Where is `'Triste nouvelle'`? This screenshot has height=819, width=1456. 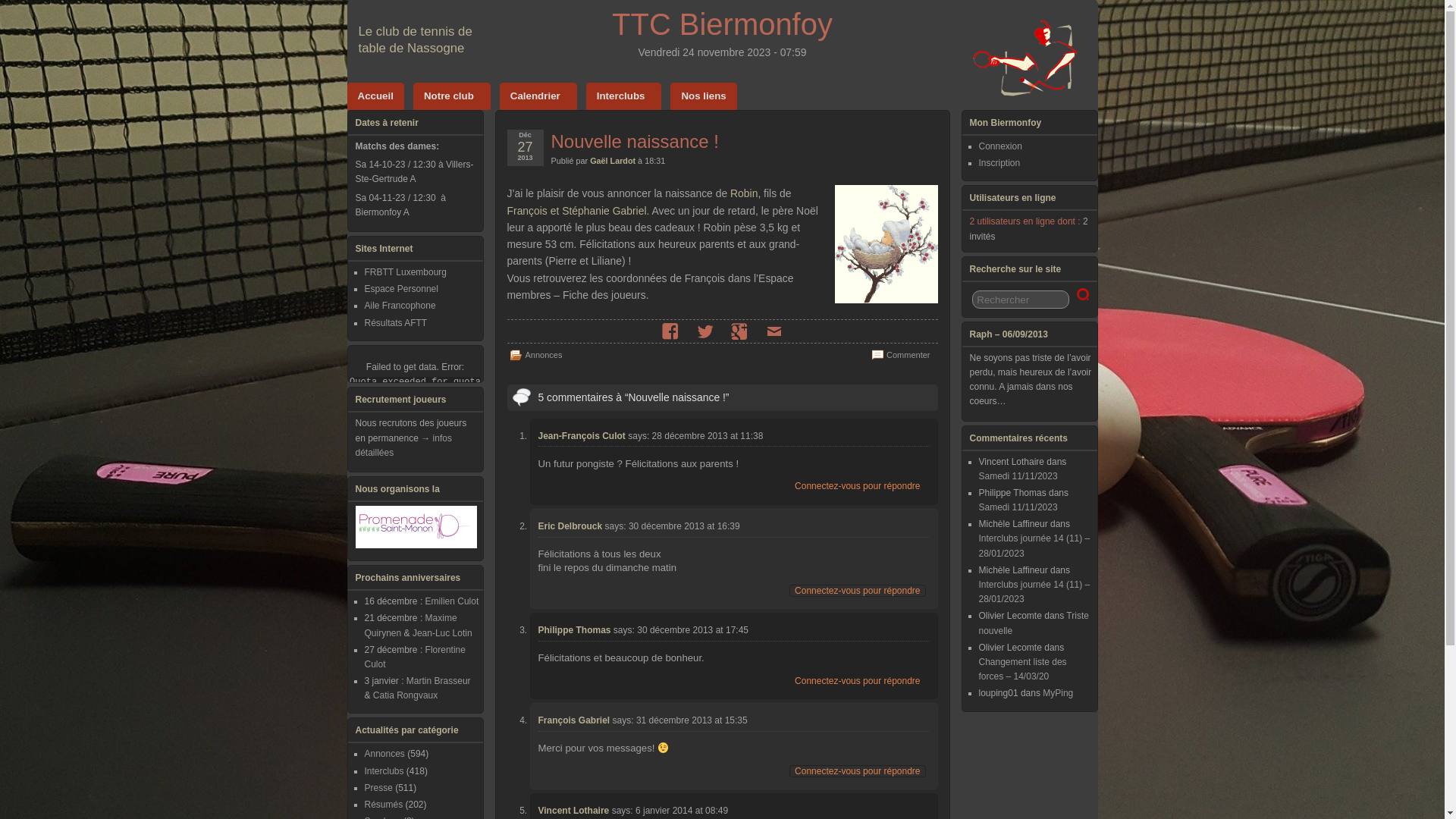
'Triste nouvelle' is located at coordinates (1032, 623).